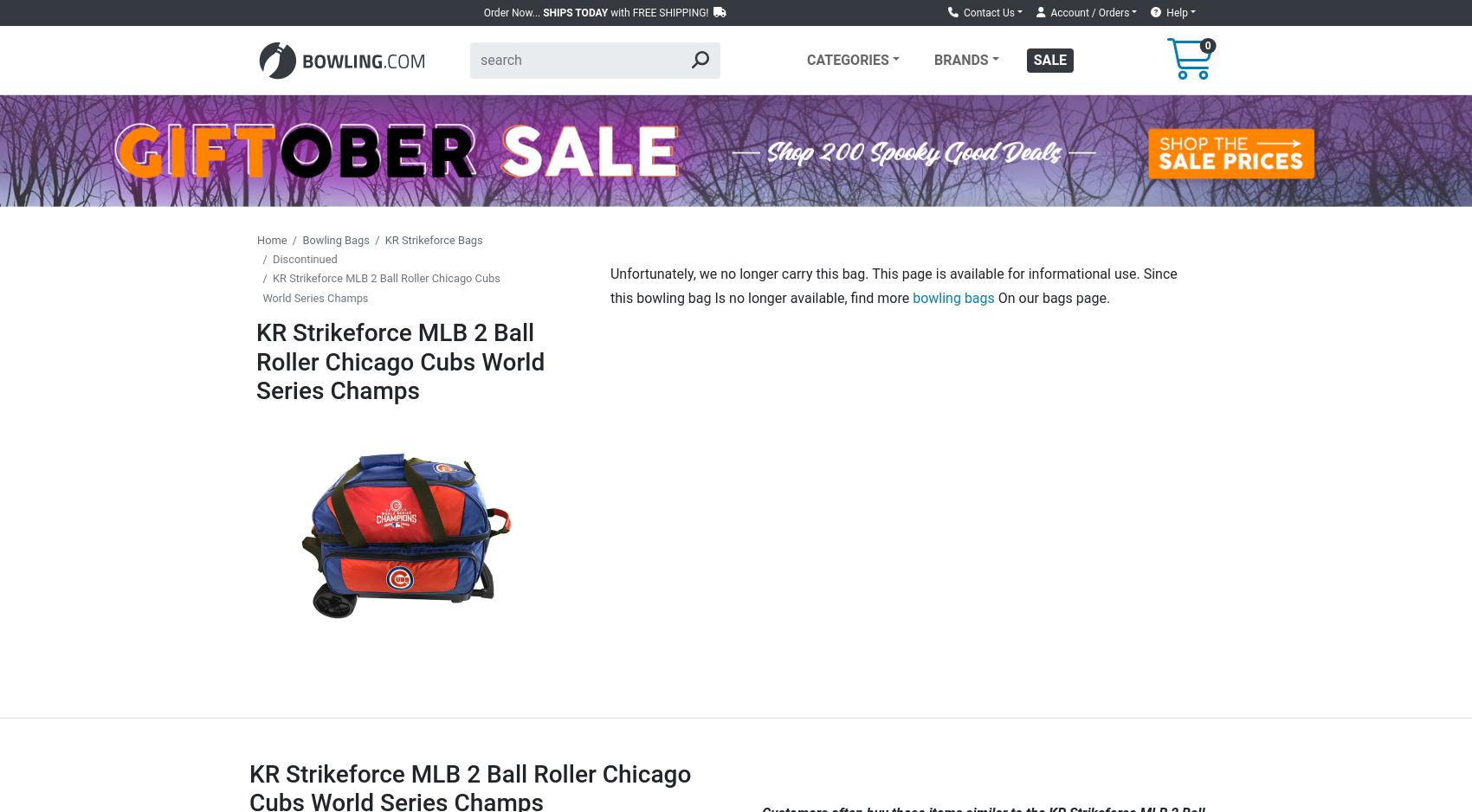 The height and width of the screenshot is (812, 1472). What do you see at coordinates (960, 59) in the screenshot?
I see `'BRANDS'` at bounding box center [960, 59].